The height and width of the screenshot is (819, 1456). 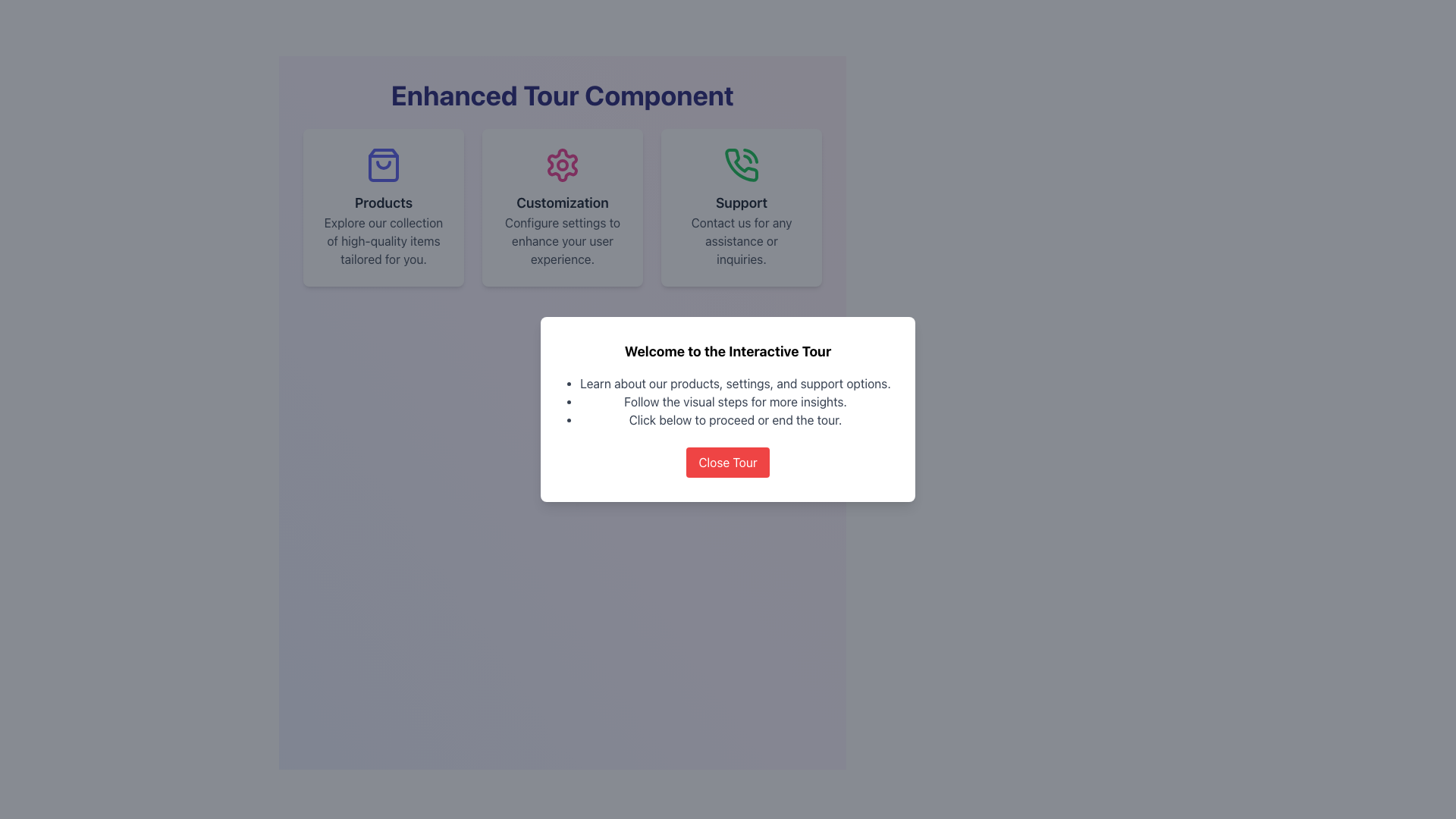 What do you see at coordinates (562, 240) in the screenshot?
I see `text block displaying the message 'Configure settings to enhance your user experience.' located within the 'Customization' card` at bounding box center [562, 240].